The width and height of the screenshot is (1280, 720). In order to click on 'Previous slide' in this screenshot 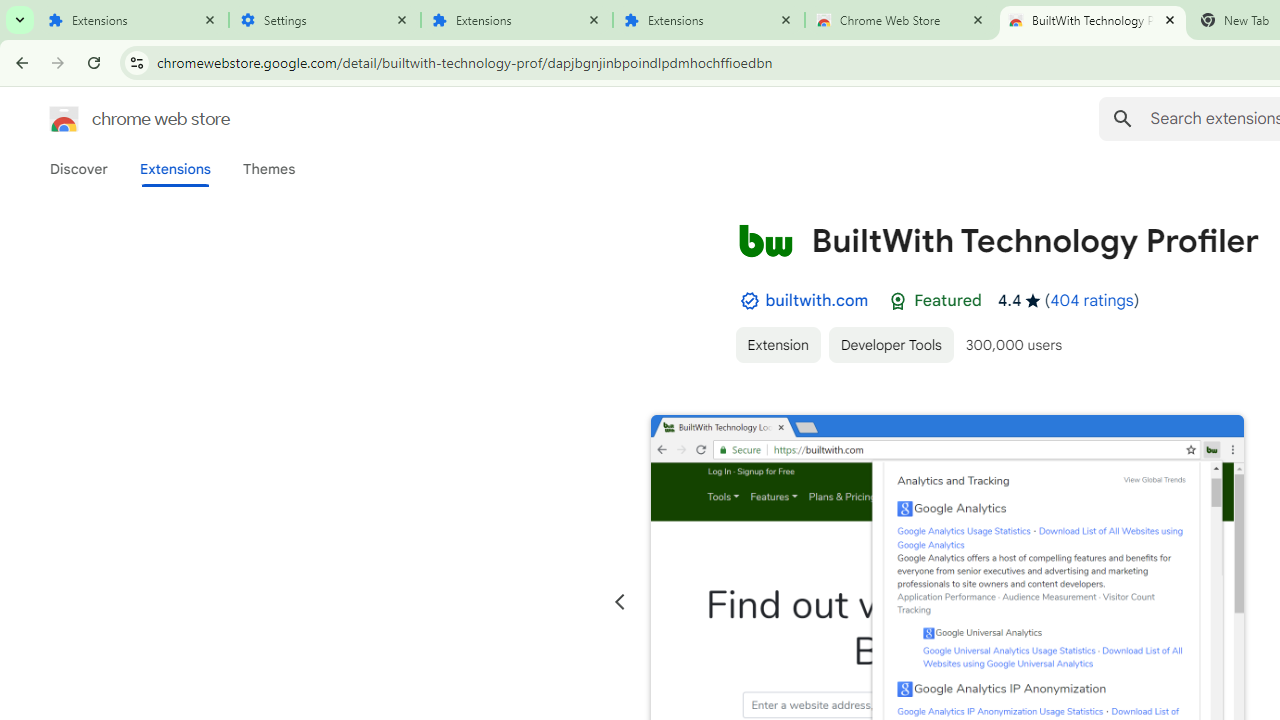, I will do `click(618, 601)`.